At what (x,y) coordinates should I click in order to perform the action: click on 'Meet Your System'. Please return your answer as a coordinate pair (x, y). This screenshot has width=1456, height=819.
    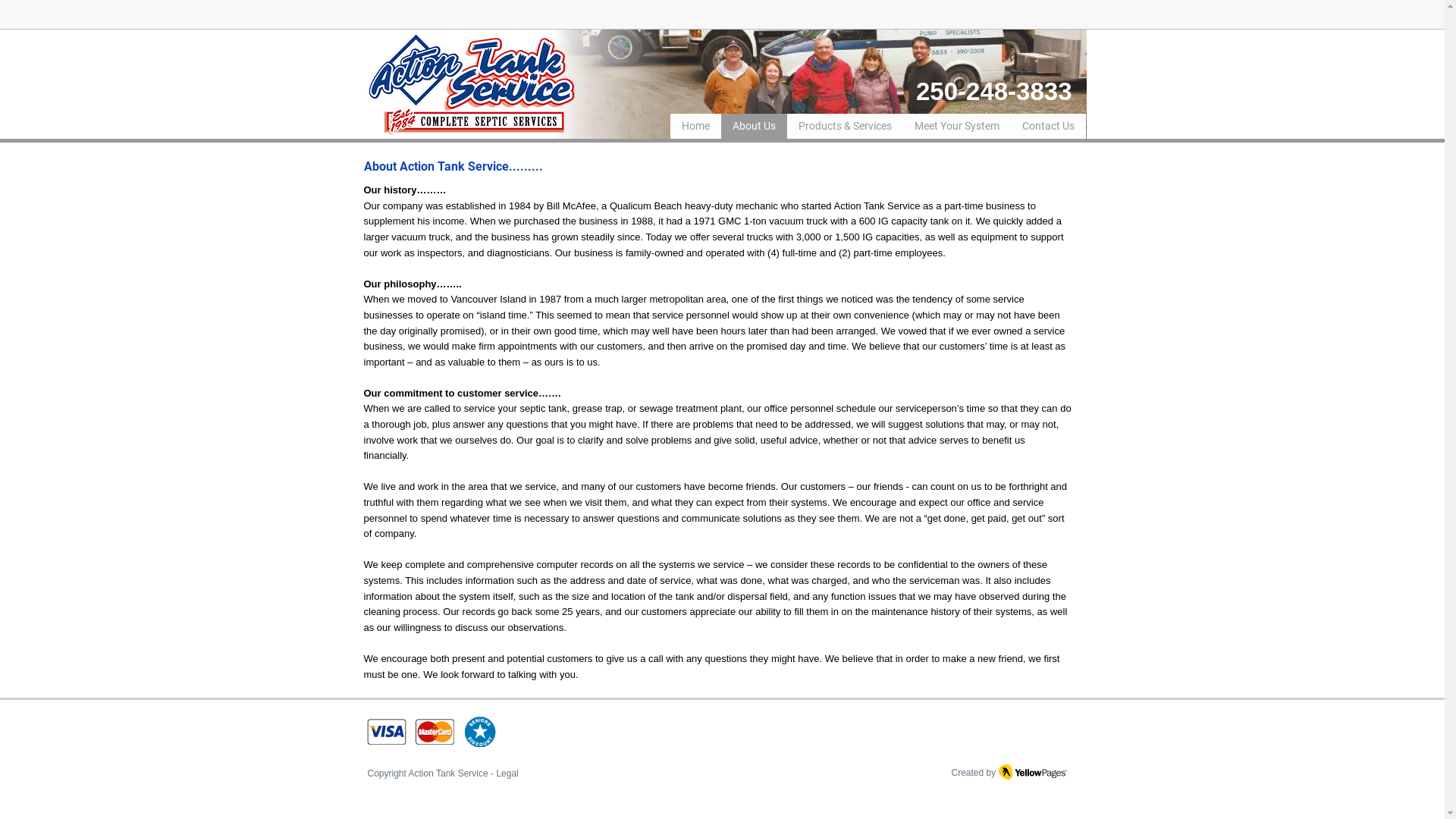
    Looking at the image, I should click on (955, 125).